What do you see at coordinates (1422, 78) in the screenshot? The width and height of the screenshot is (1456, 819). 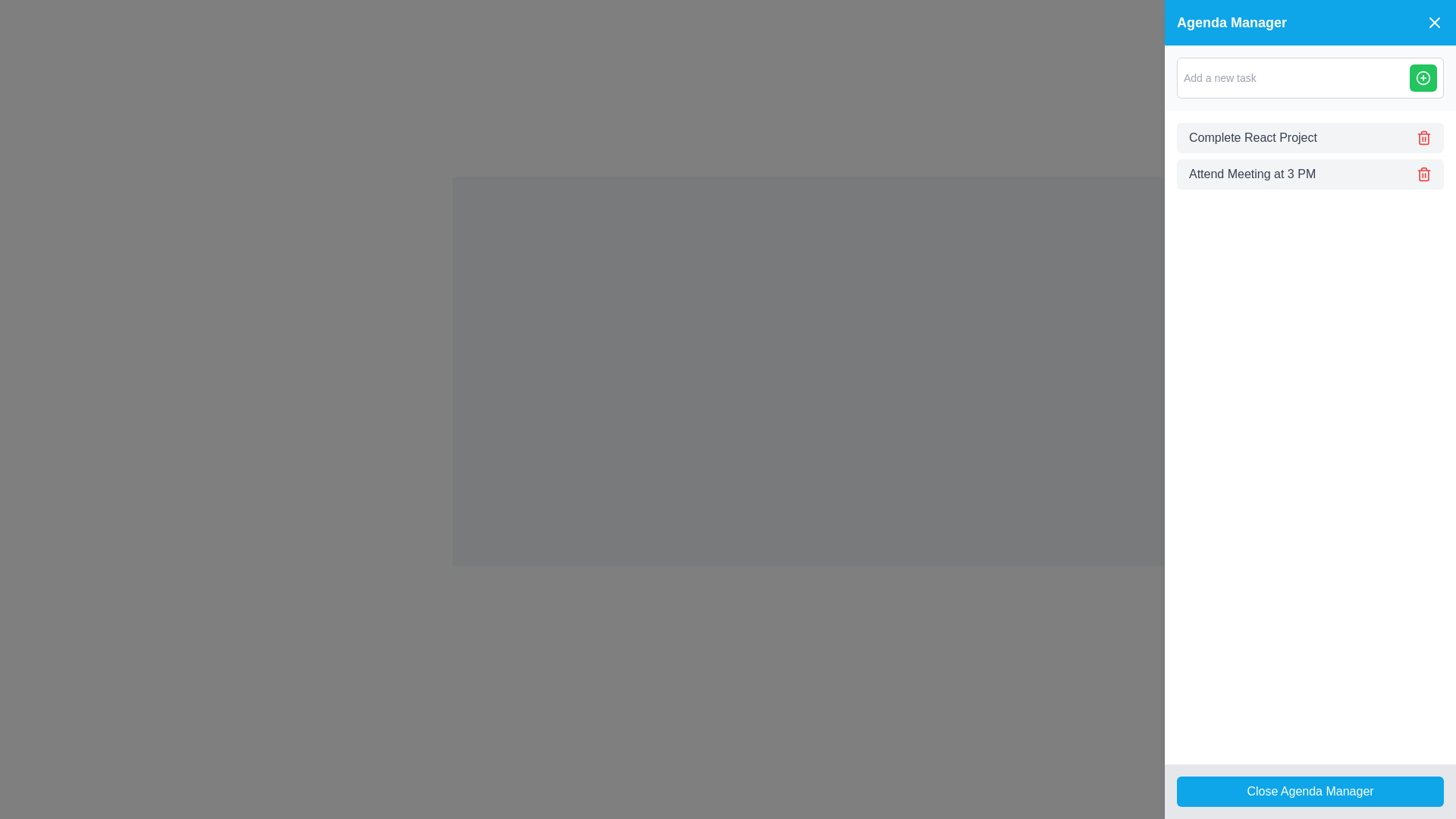 I see `the button located in the upper-right corner of the interface, to the right of the 'Add a new task' input field` at bounding box center [1422, 78].